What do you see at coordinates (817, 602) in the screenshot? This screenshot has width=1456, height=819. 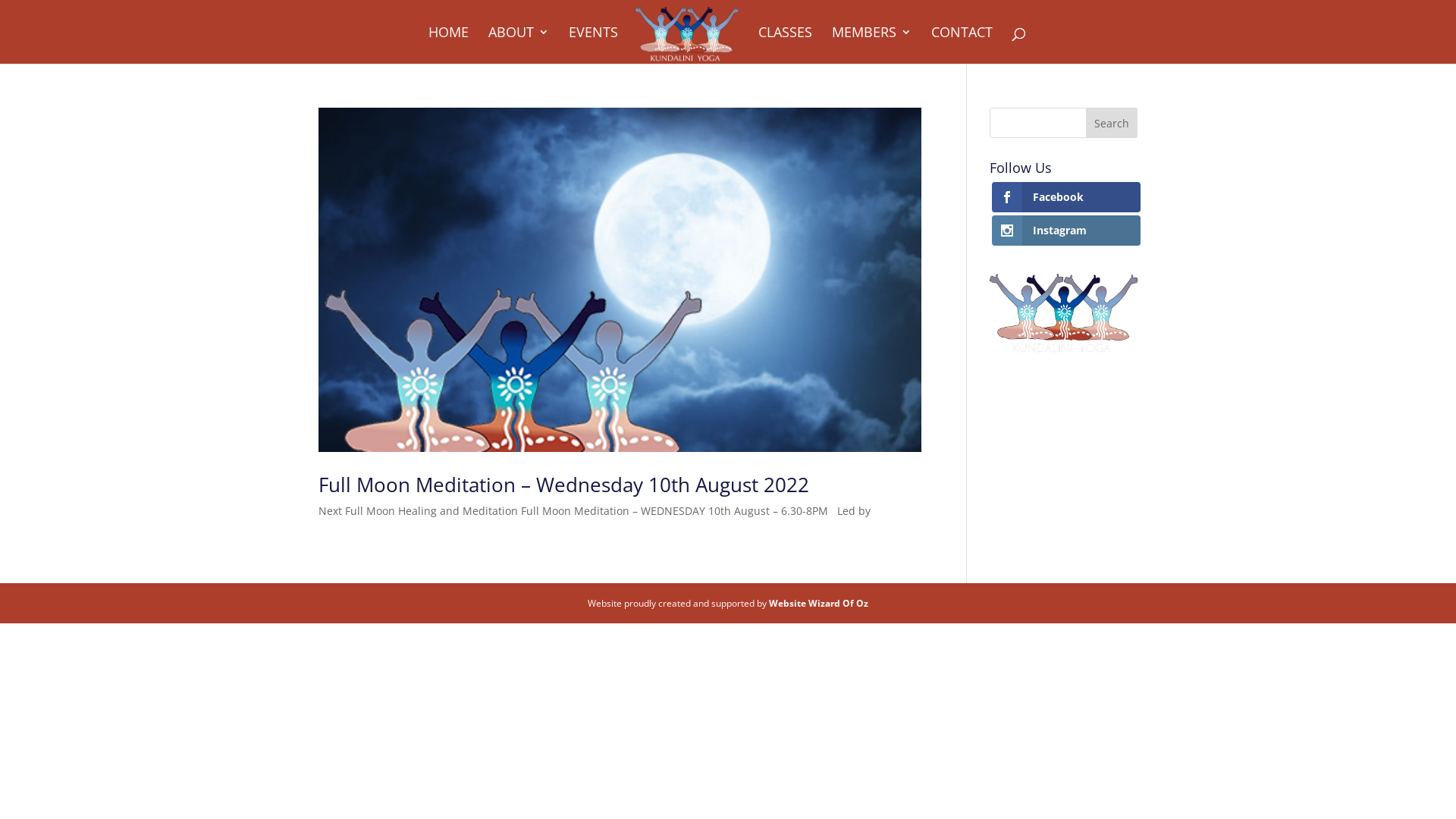 I see `'Website Wizard Of Oz'` at bounding box center [817, 602].